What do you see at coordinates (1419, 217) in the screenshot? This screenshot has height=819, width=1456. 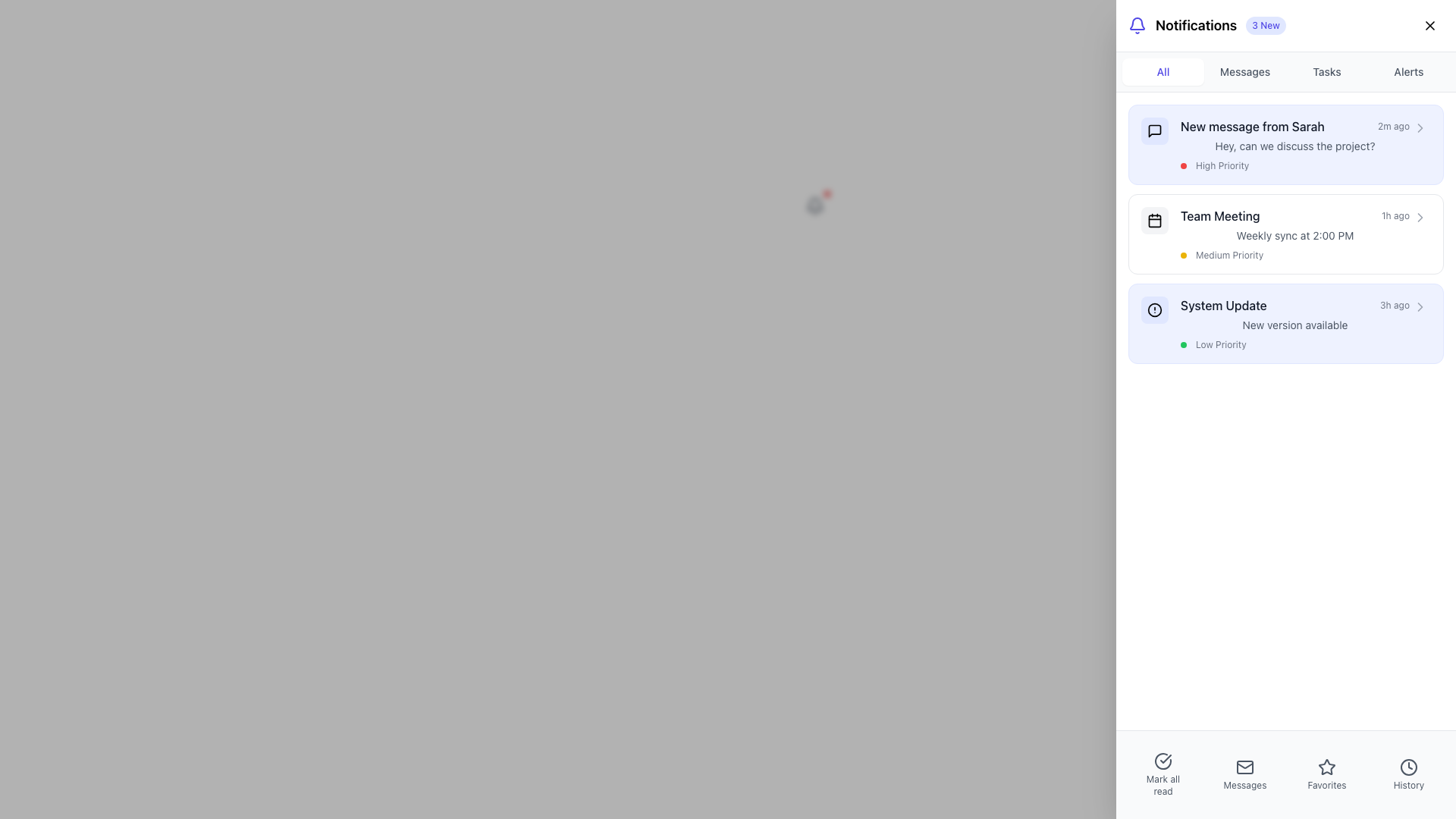 I see `the chevron icon located at the center-right corner of the 'Team Meeting' notification in the Notifications panel` at bounding box center [1419, 217].